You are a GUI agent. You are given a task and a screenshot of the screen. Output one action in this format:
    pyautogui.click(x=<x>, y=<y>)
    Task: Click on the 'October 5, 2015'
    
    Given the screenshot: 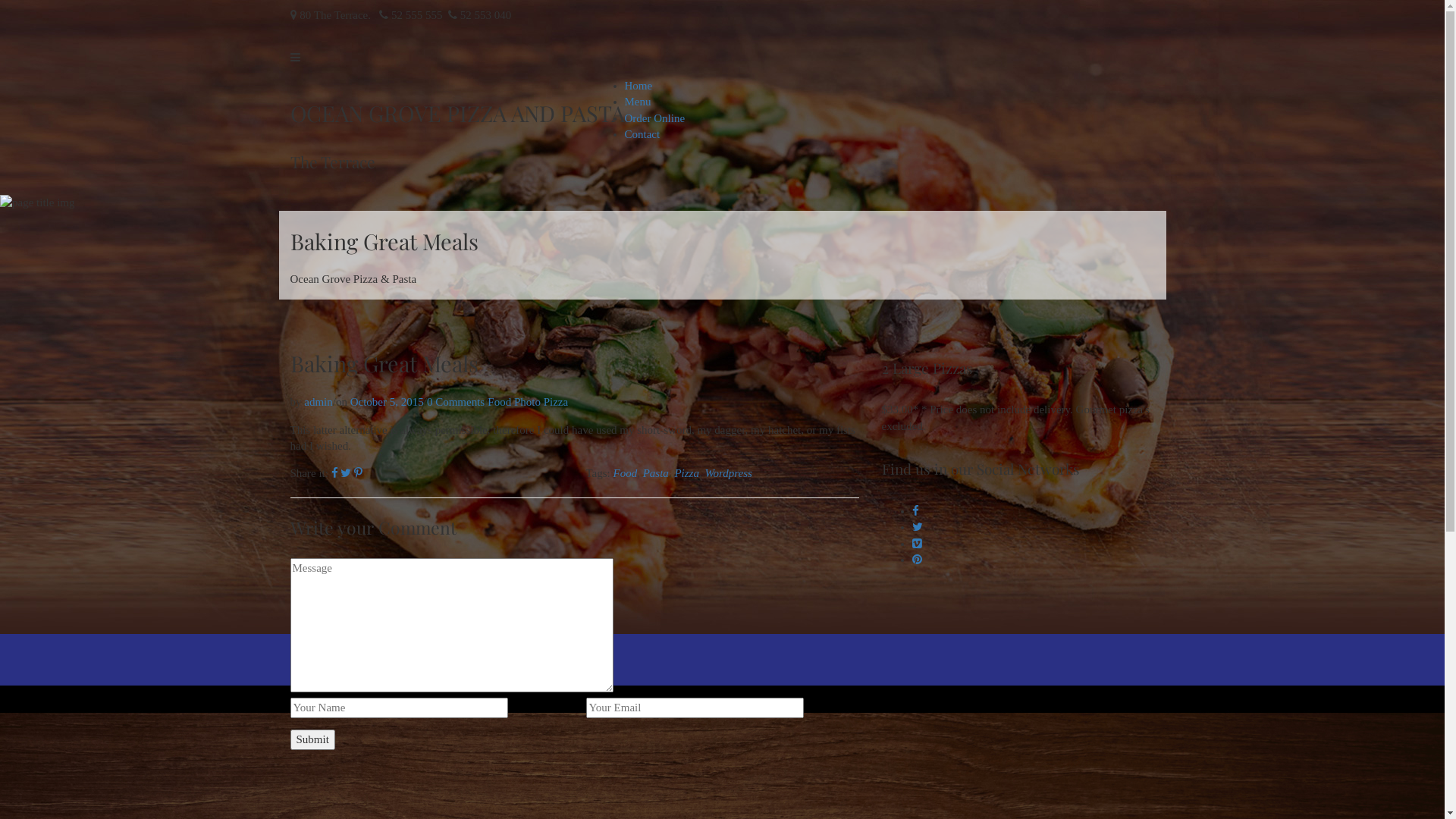 What is the action you would take?
    pyautogui.click(x=387, y=400)
    